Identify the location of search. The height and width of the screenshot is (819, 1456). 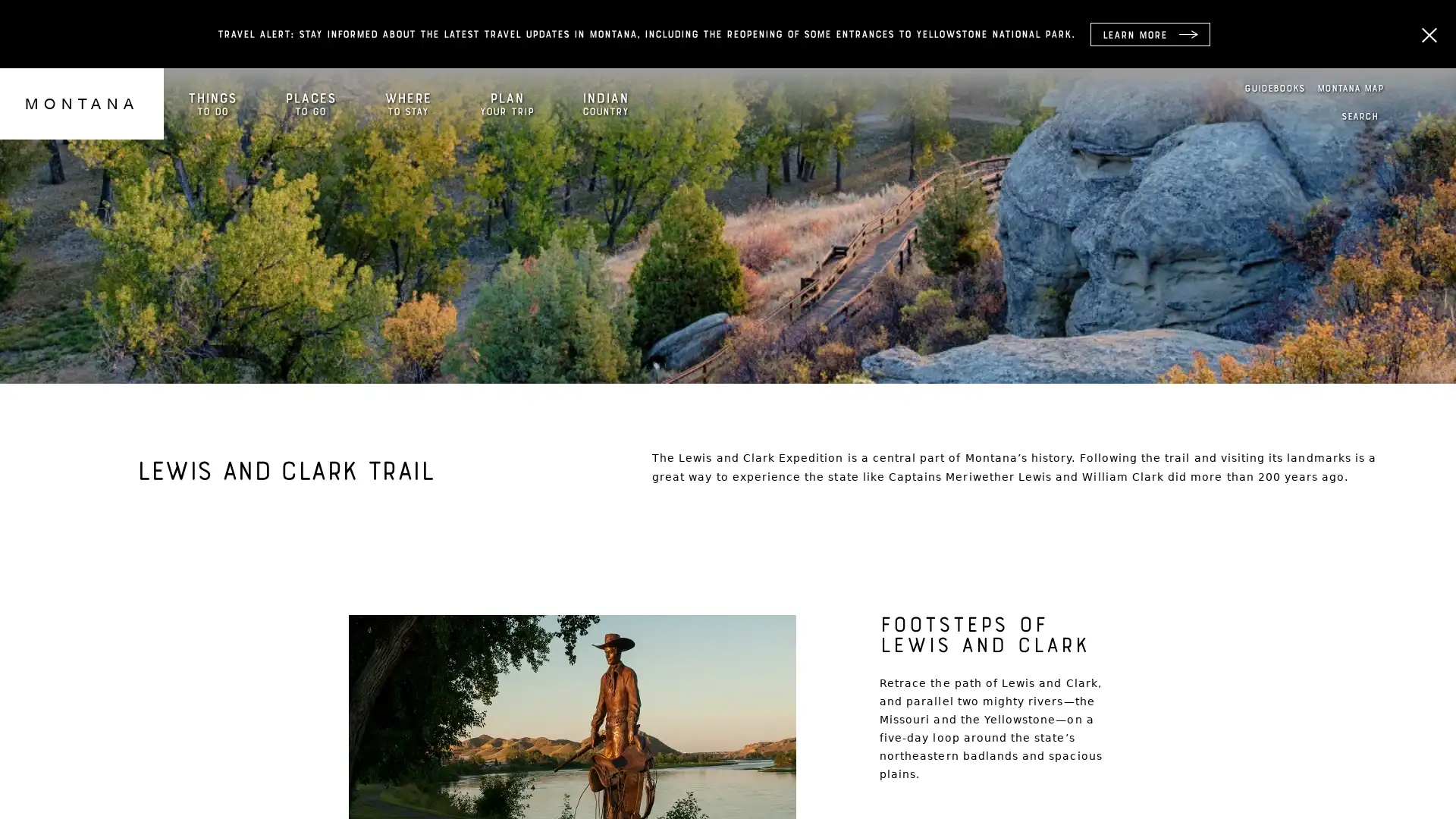
(1360, 116).